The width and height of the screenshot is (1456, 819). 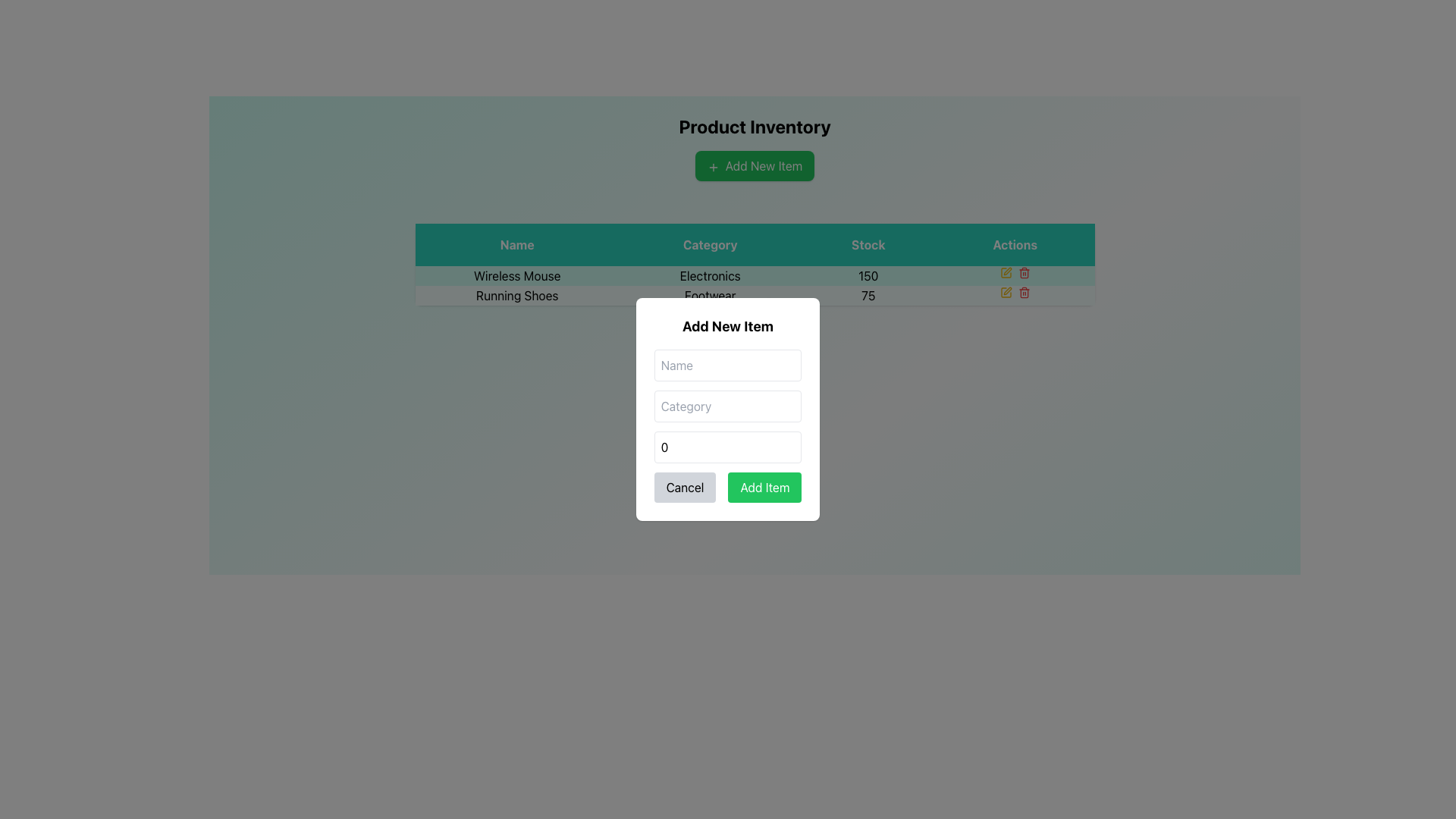 What do you see at coordinates (764, 488) in the screenshot?
I see `the green 'Add Item' button located at the lower-right corner of the modal dialog box` at bounding box center [764, 488].